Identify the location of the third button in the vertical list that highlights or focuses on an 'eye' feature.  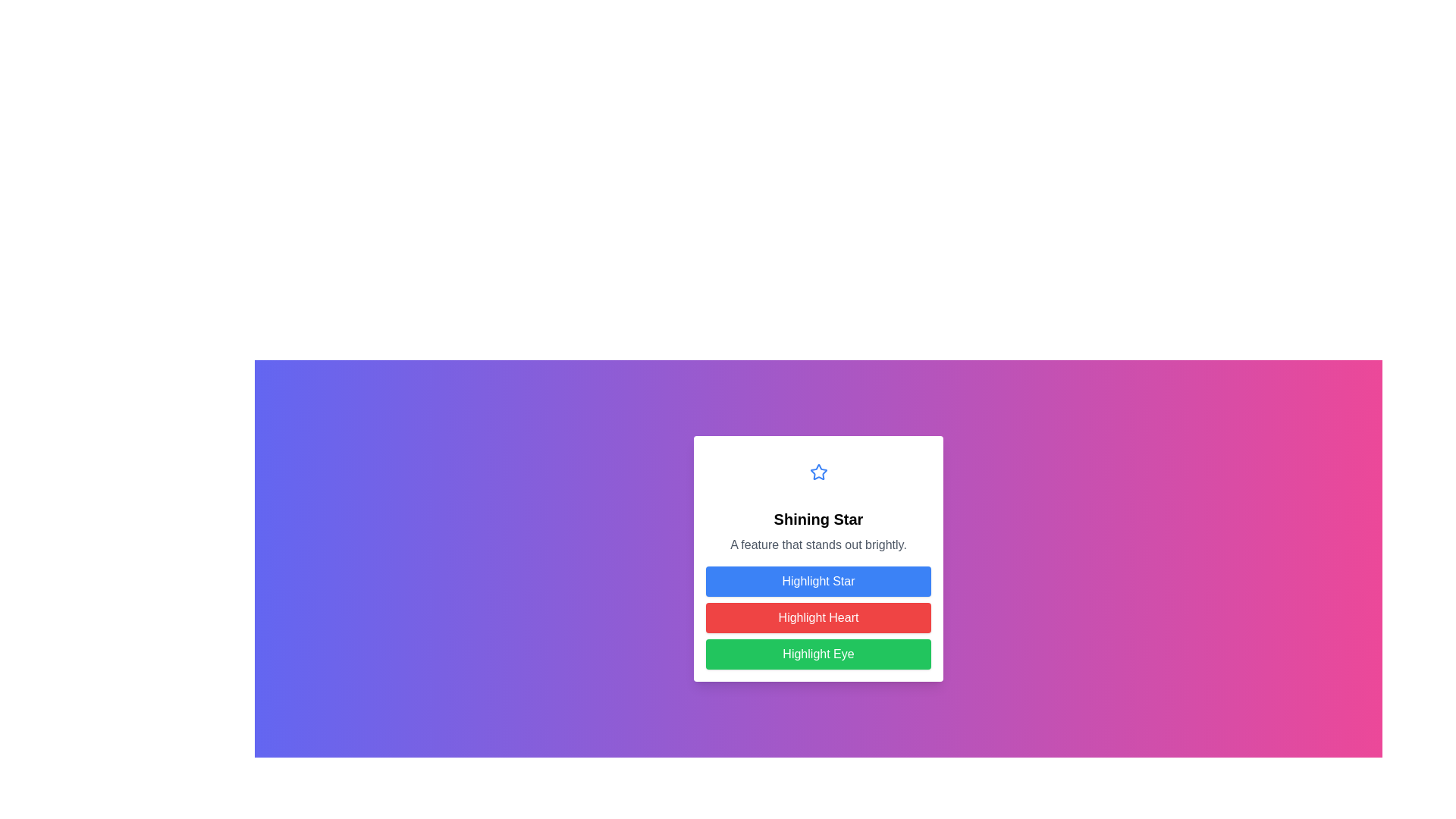
(817, 654).